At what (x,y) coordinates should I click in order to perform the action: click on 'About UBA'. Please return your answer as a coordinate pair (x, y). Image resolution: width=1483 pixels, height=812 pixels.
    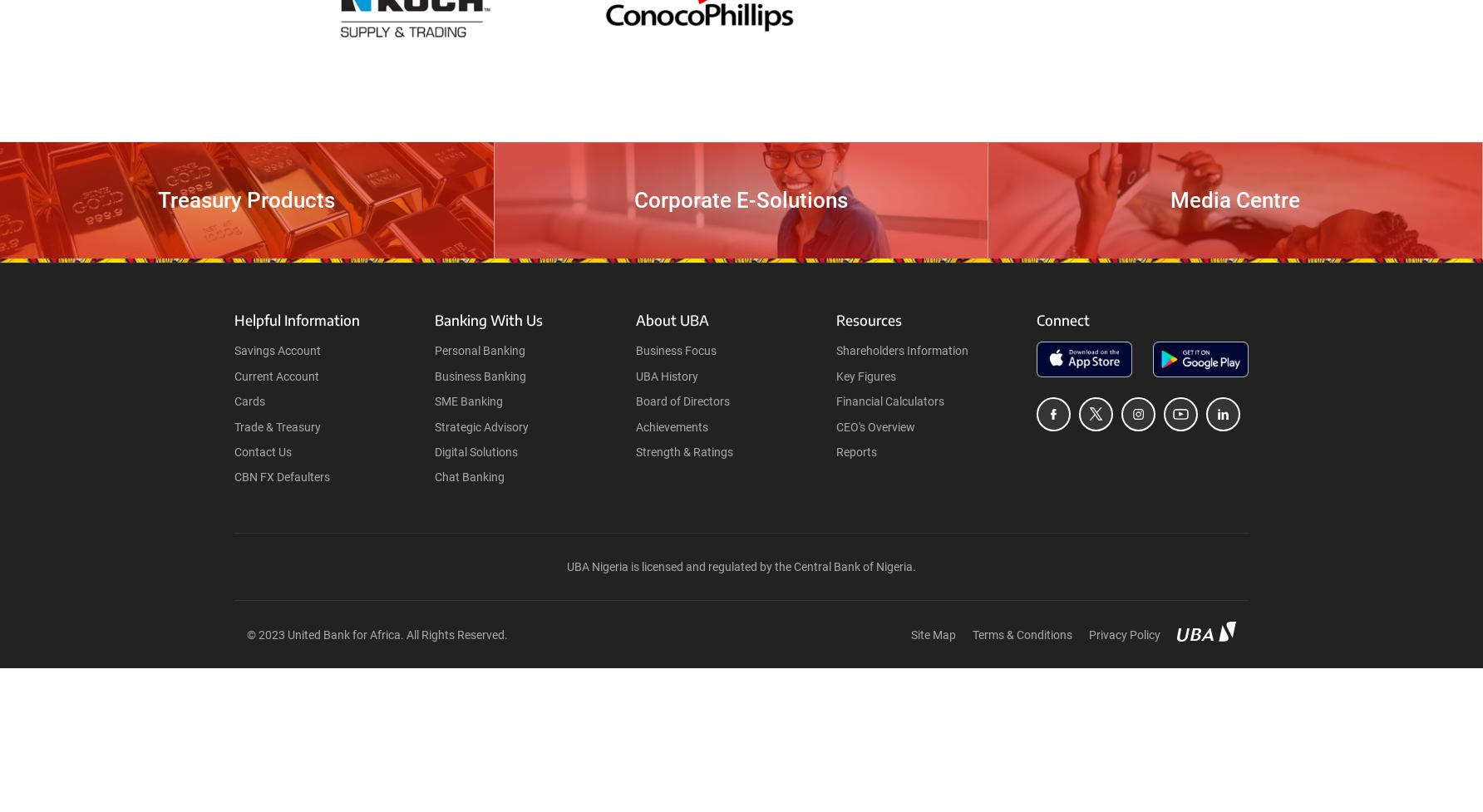
    Looking at the image, I should click on (670, 320).